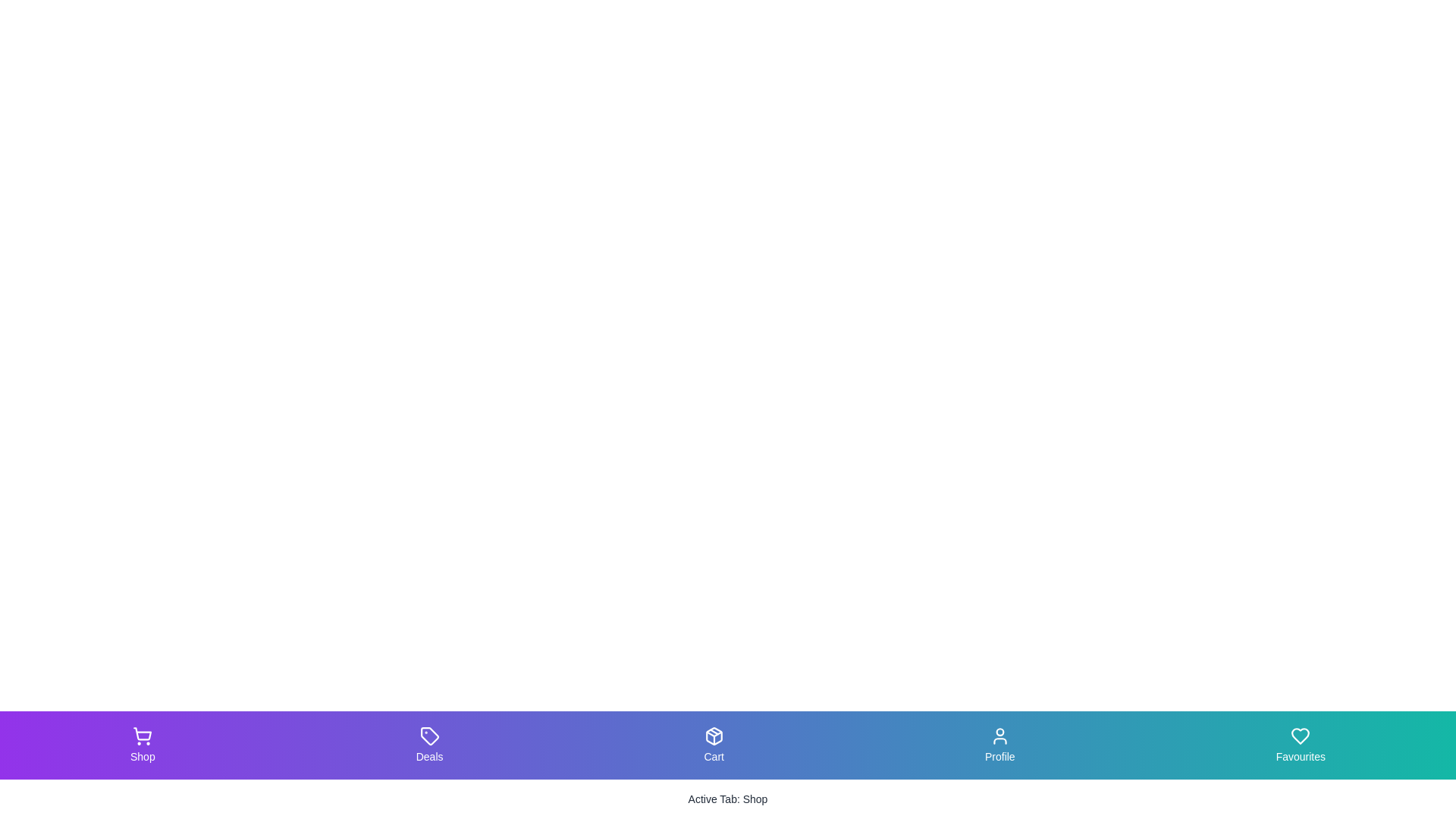  I want to click on the Shop tab in the bottom navigation bar to navigate to its respective section, so click(142, 745).